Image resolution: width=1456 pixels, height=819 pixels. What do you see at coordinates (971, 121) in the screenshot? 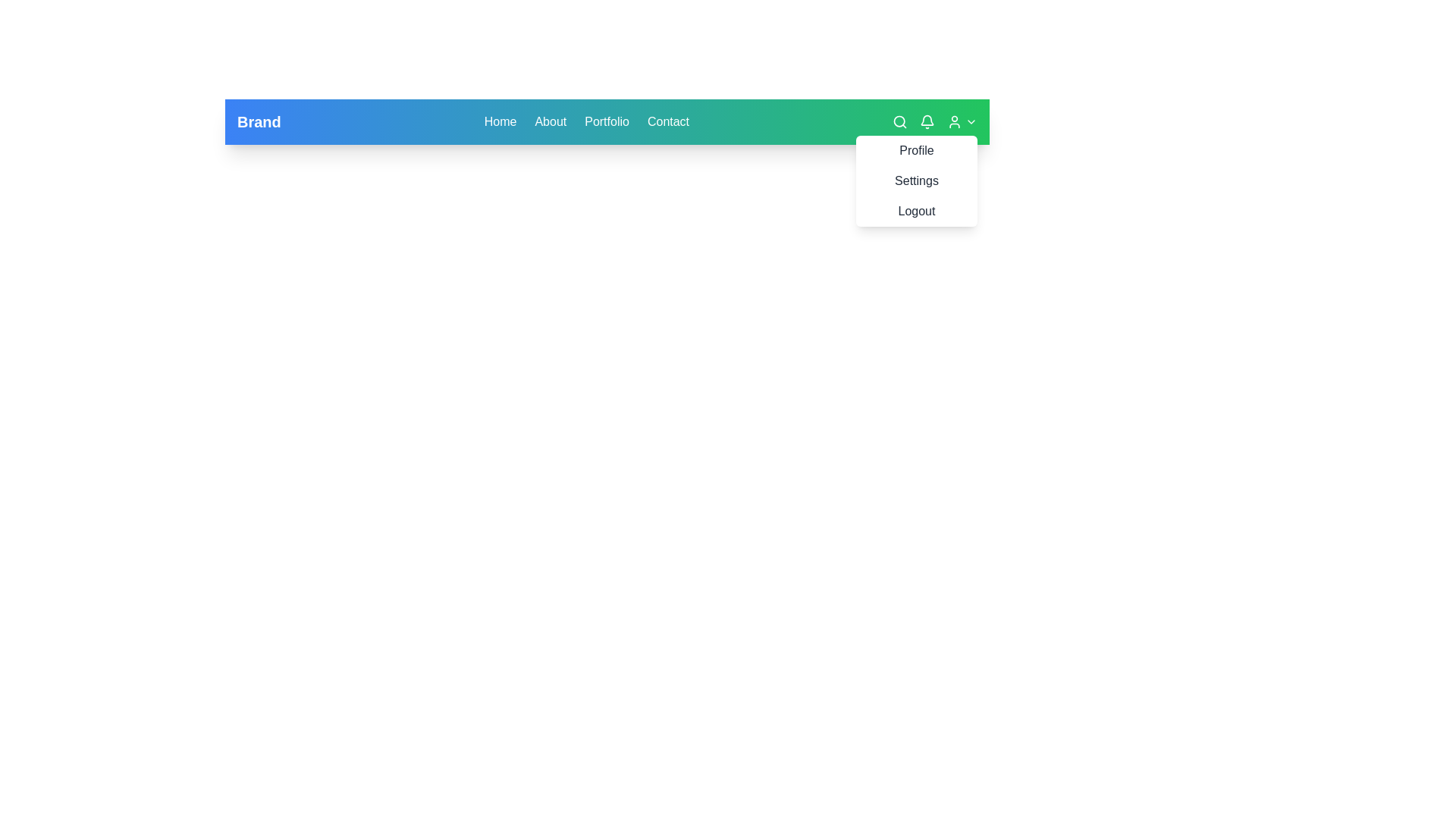
I see `the dropdown trigger icon located in the navigation bar, immediately to the right of the user icon` at bounding box center [971, 121].